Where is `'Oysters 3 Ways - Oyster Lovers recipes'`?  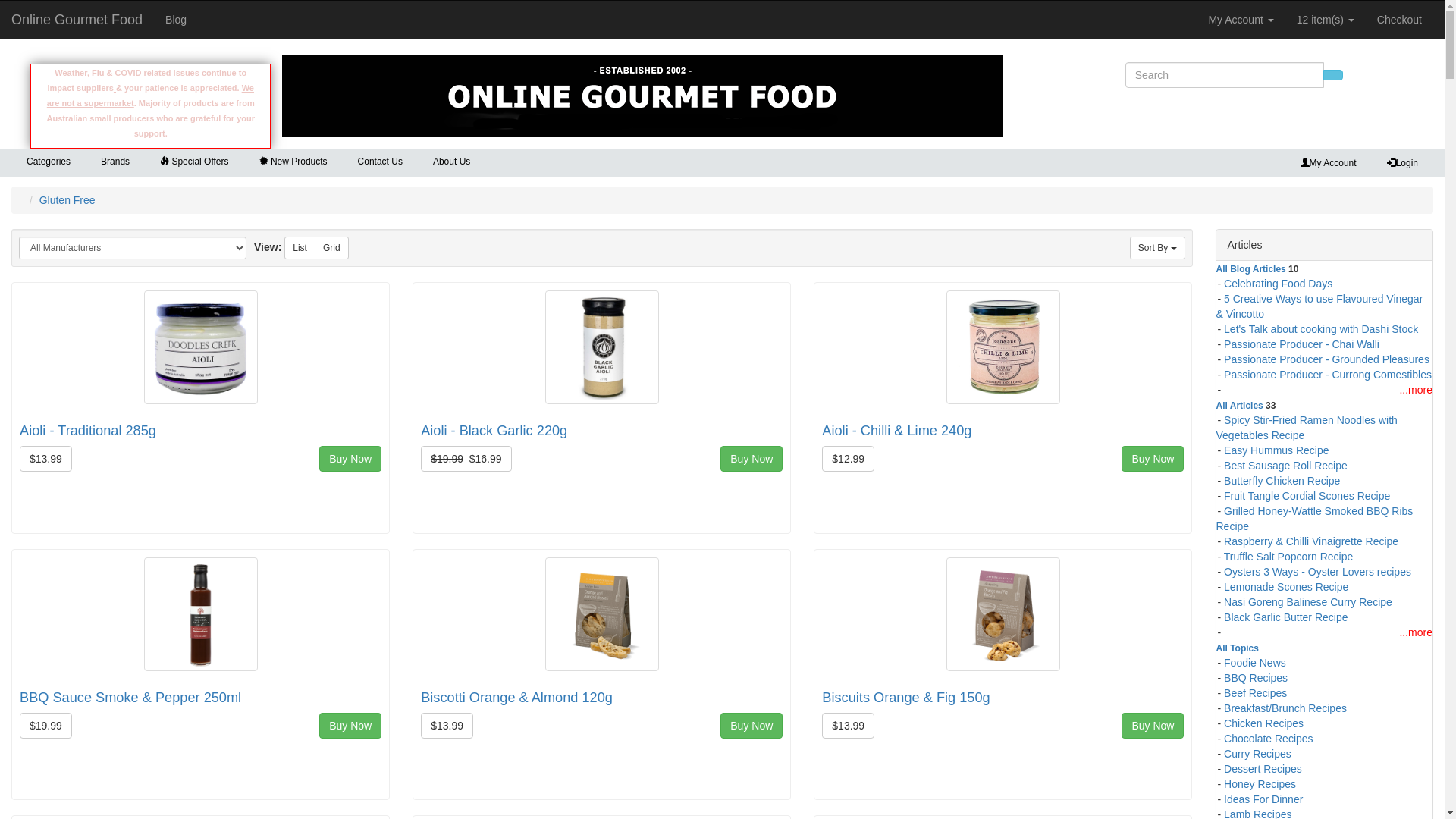 'Oysters 3 Ways - Oyster Lovers recipes' is located at coordinates (1316, 570).